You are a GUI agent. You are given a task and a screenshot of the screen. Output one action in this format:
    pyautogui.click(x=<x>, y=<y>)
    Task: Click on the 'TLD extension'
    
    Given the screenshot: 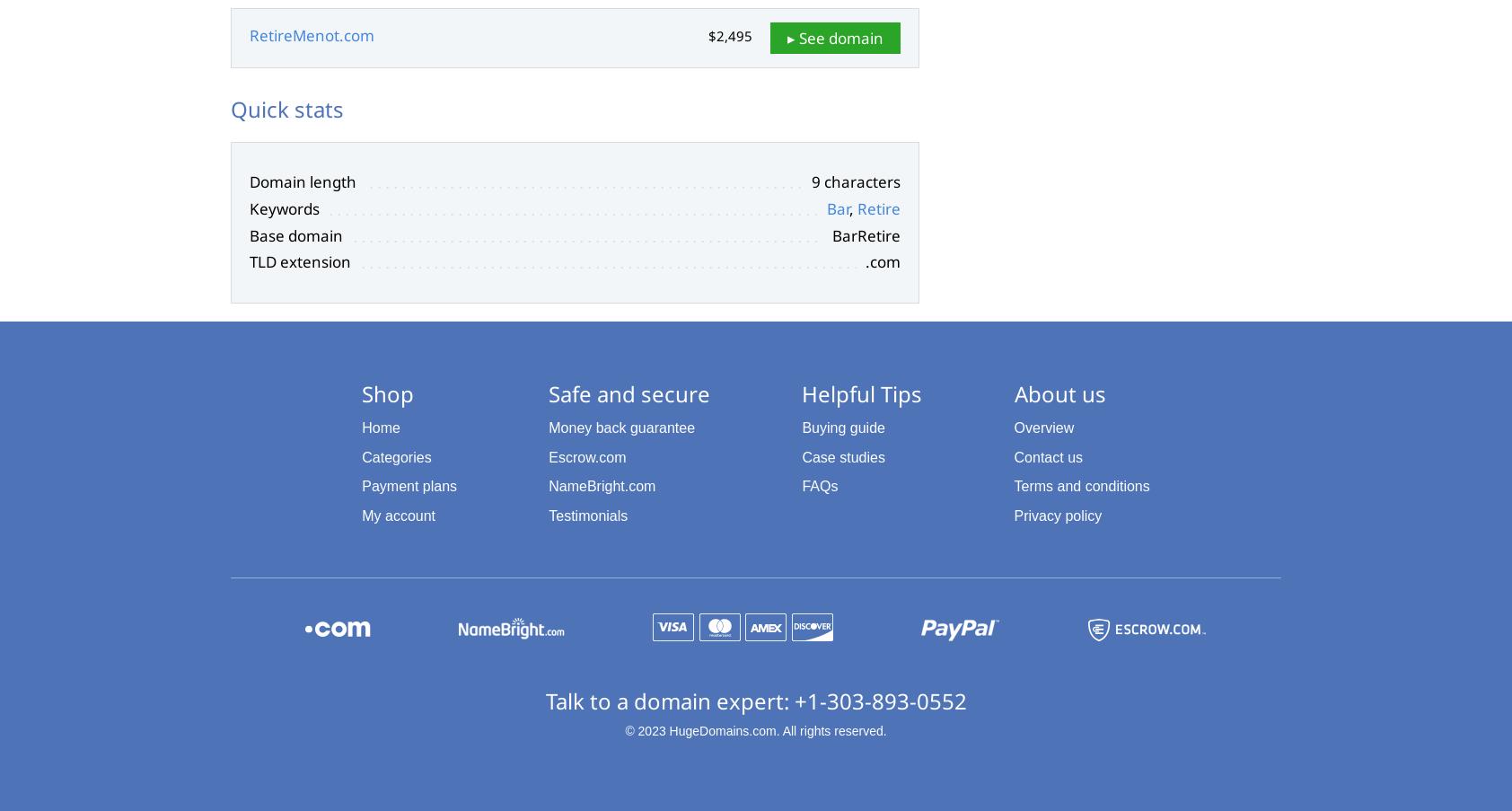 What is the action you would take?
    pyautogui.click(x=300, y=260)
    